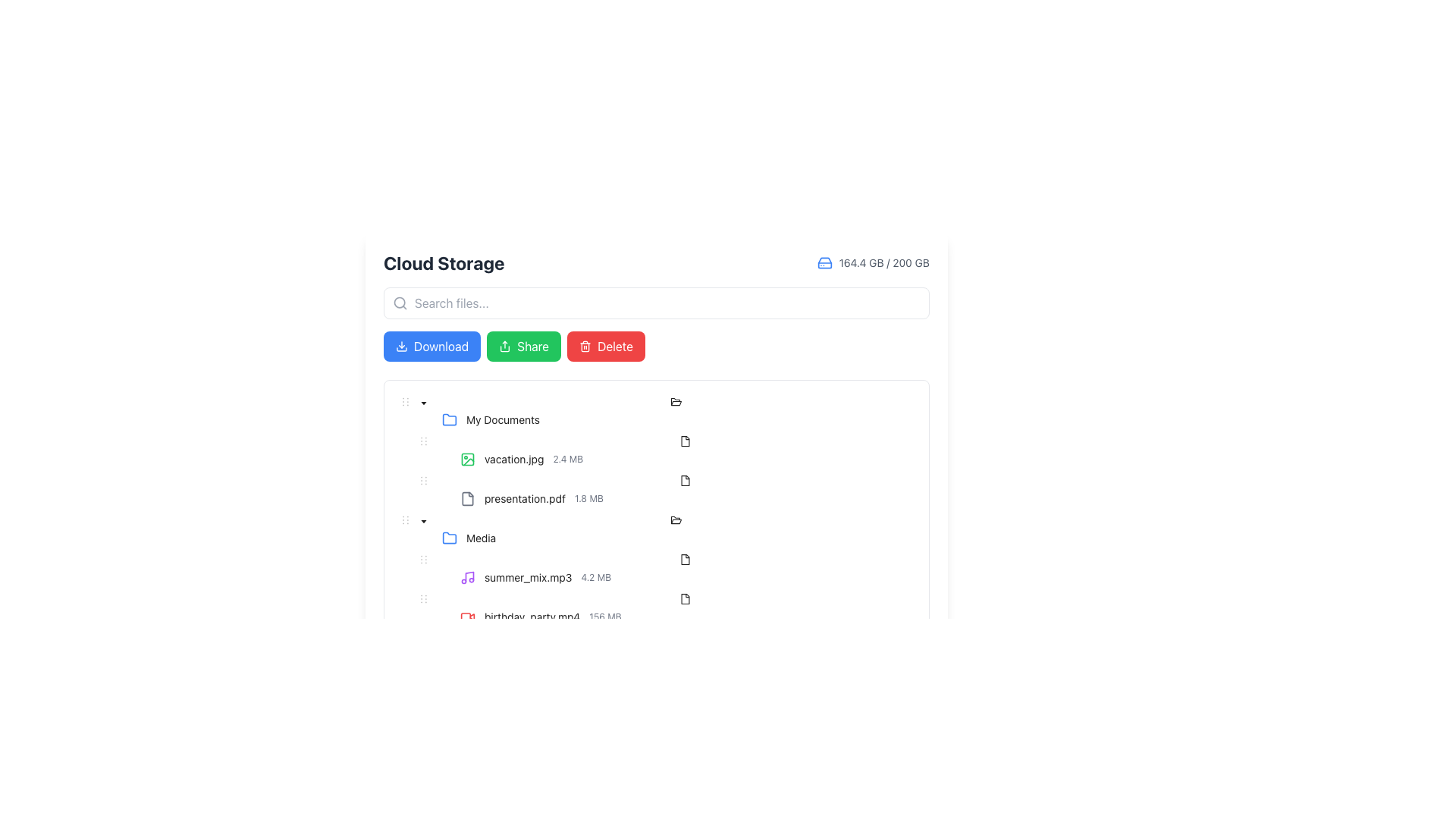  I want to click on the Tree node representing the file 'birthday_party.mp4' located under the 'Media' folder, so click(684, 617).